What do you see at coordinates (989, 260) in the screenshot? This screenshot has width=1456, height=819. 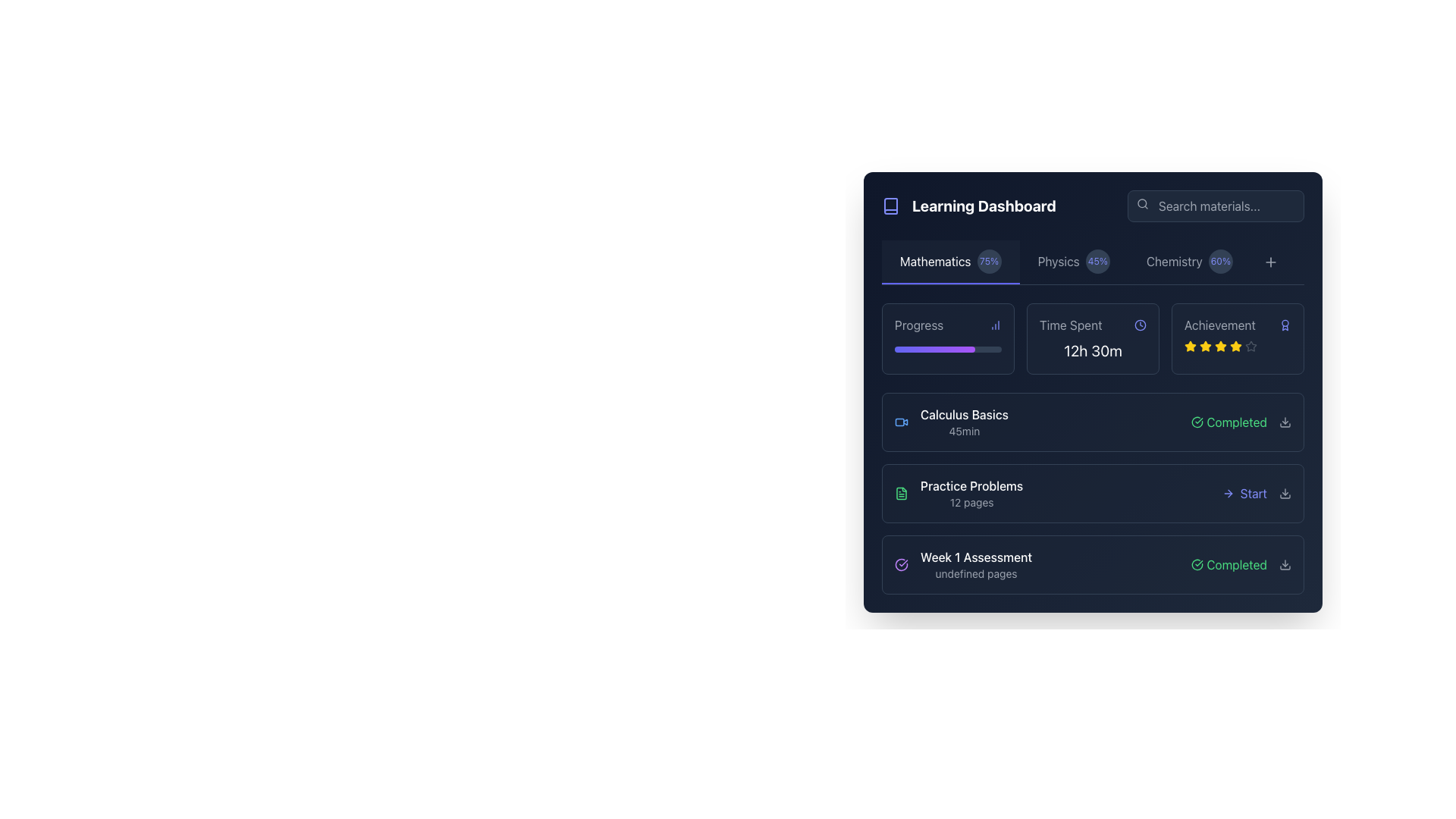 I see `the static text displaying '75%' in light blue color, which is located within a circular dark slate background, to the immediate right of the 'Mathematics' label in the Learning Dashboard interface` at bounding box center [989, 260].